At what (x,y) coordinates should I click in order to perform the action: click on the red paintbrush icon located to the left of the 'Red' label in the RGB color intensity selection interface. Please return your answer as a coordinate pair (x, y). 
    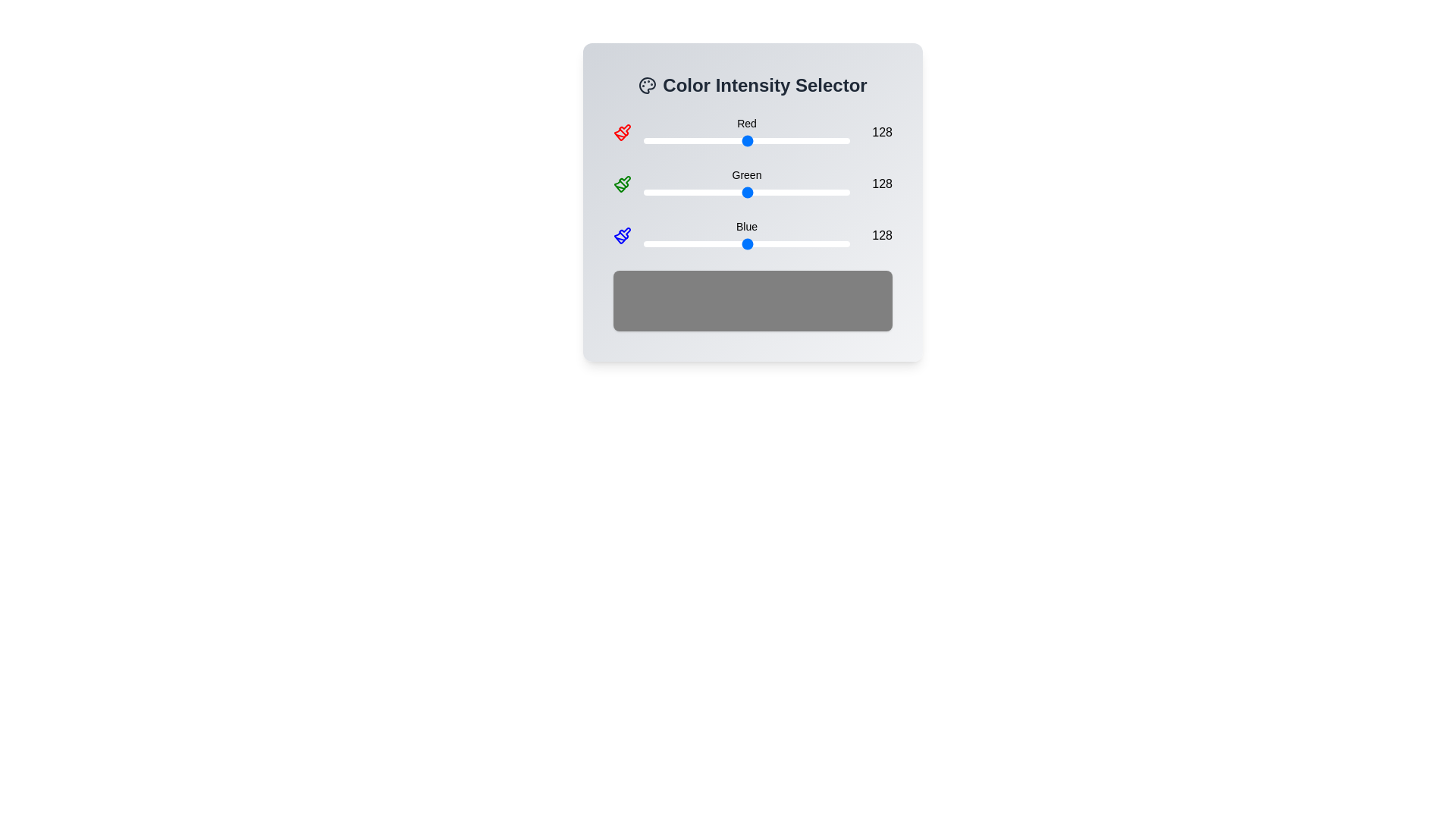
    Looking at the image, I should click on (625, 129).